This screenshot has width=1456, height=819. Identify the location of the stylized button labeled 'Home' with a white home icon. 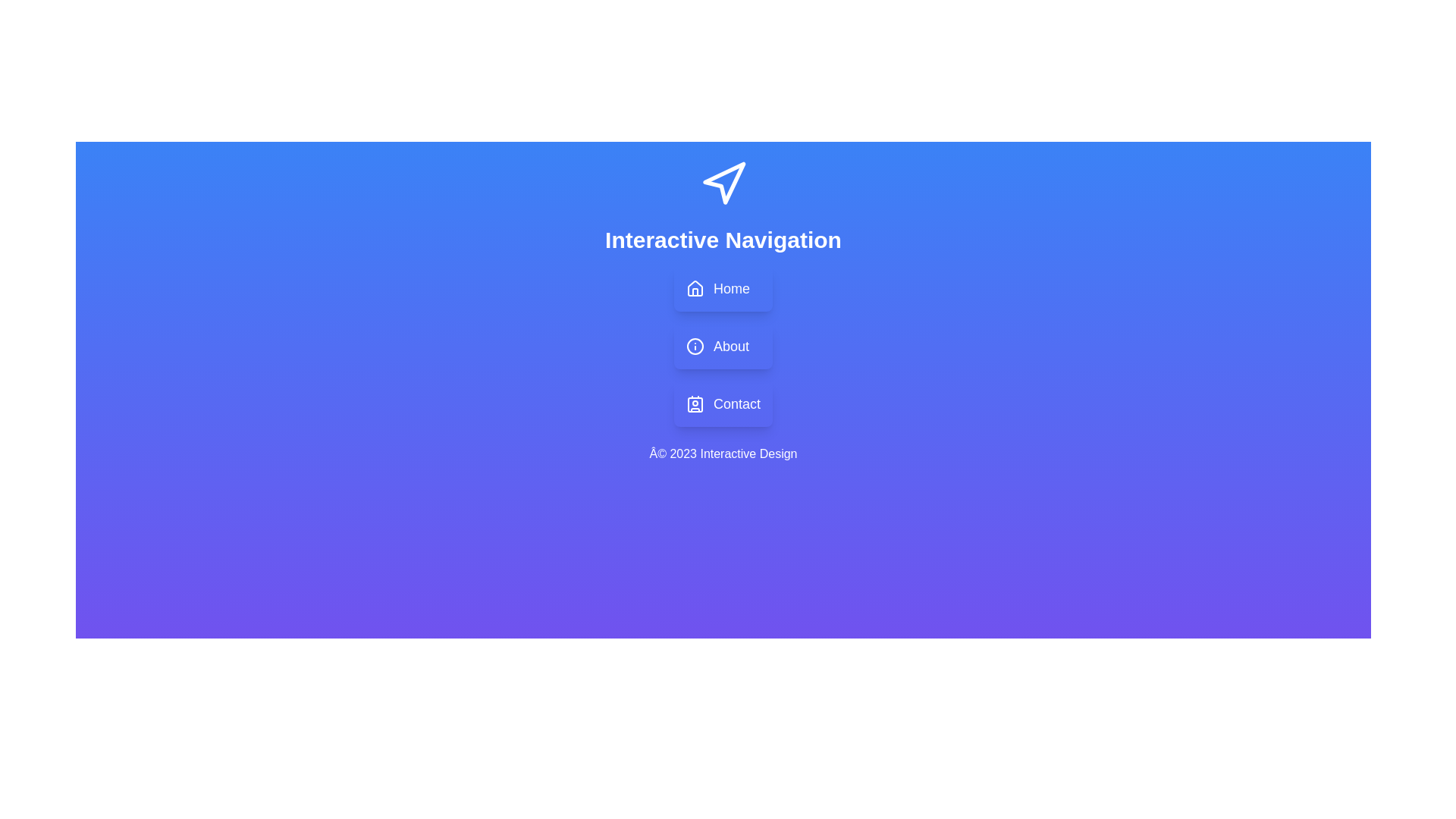
(723, 289).